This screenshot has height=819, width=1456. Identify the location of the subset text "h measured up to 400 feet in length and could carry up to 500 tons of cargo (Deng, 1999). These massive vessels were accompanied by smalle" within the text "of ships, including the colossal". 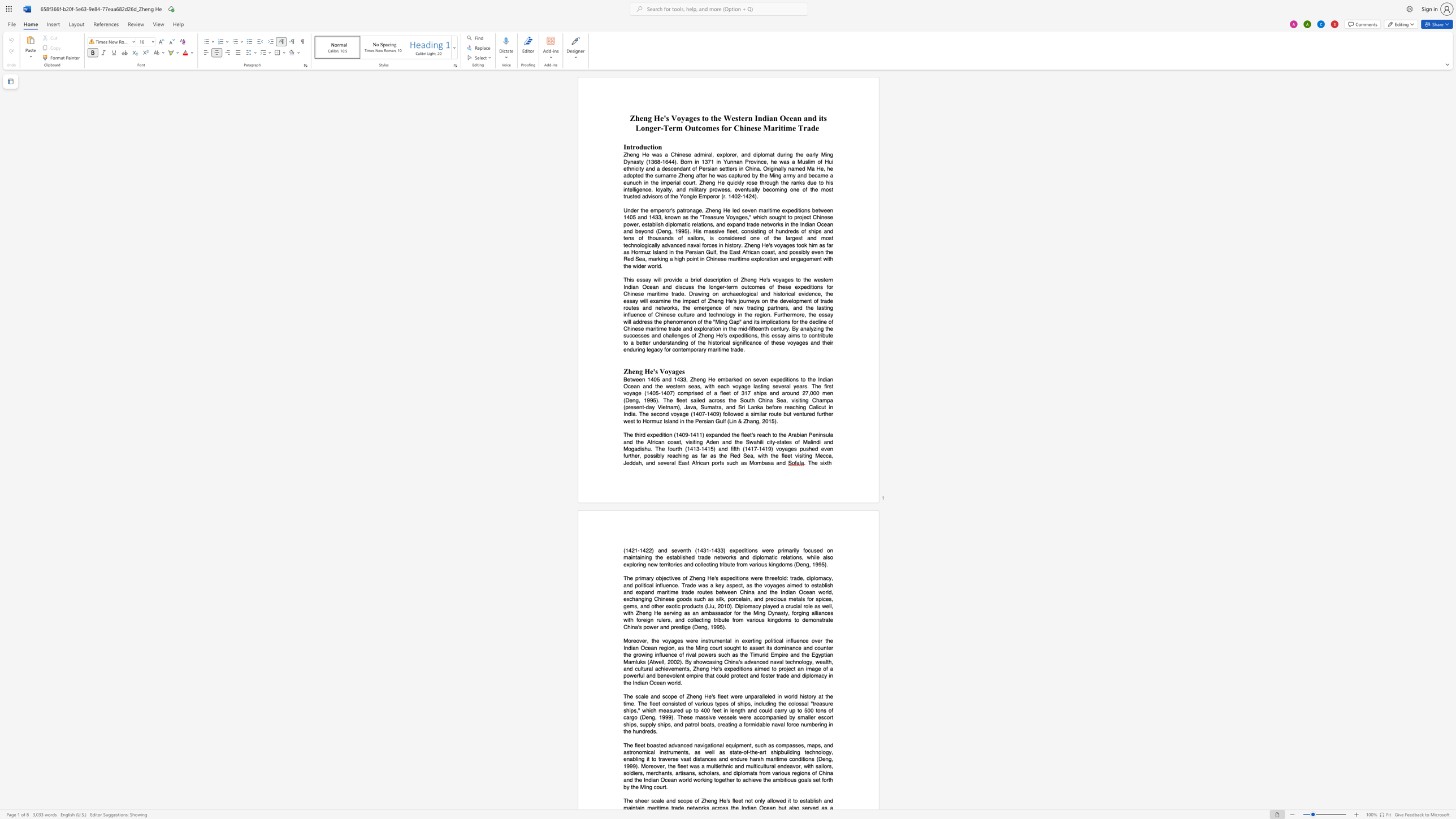
(653, 710).